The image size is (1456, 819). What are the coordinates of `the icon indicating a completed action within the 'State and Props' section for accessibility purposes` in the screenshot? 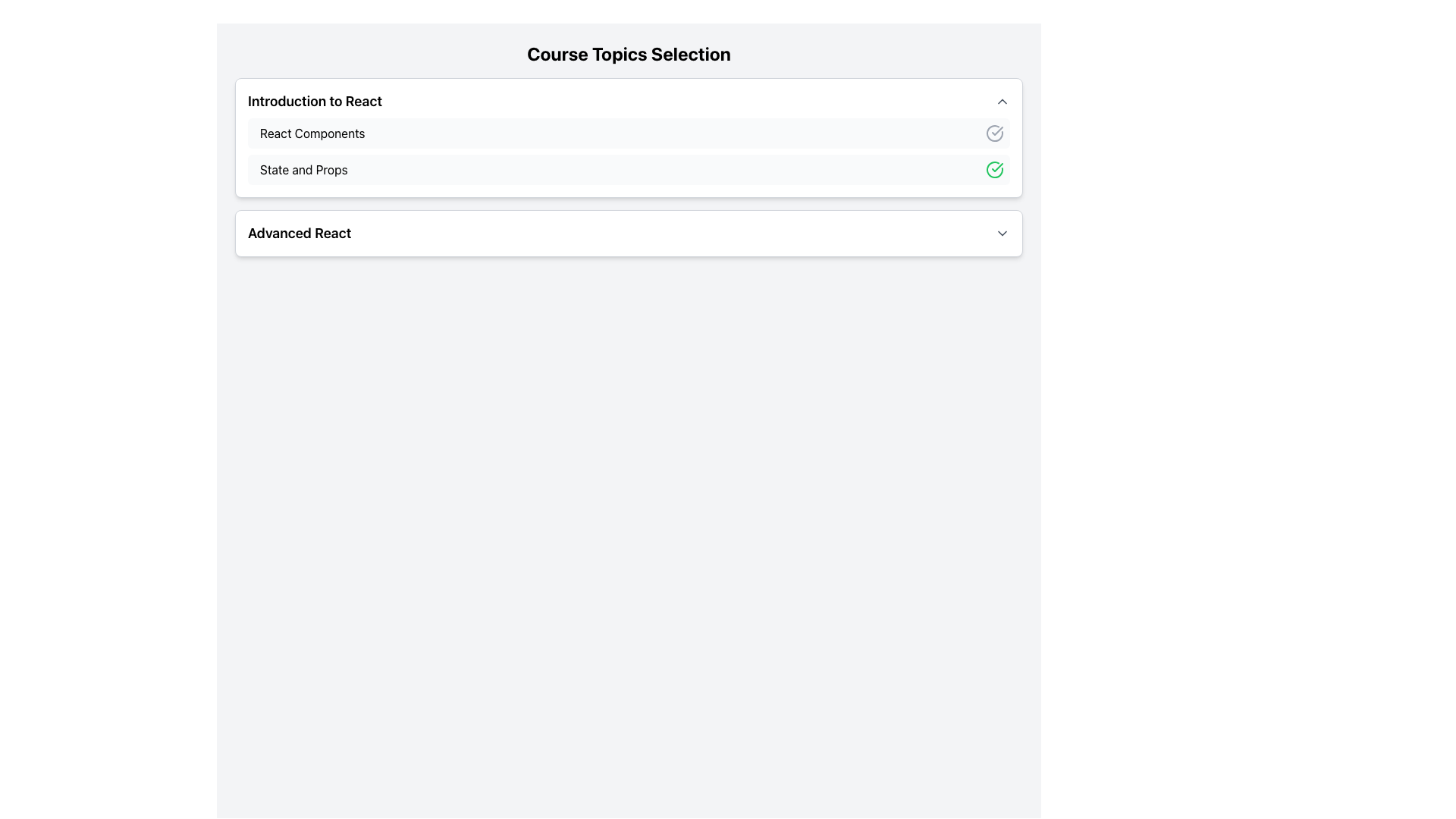 It's located at (994, 169).